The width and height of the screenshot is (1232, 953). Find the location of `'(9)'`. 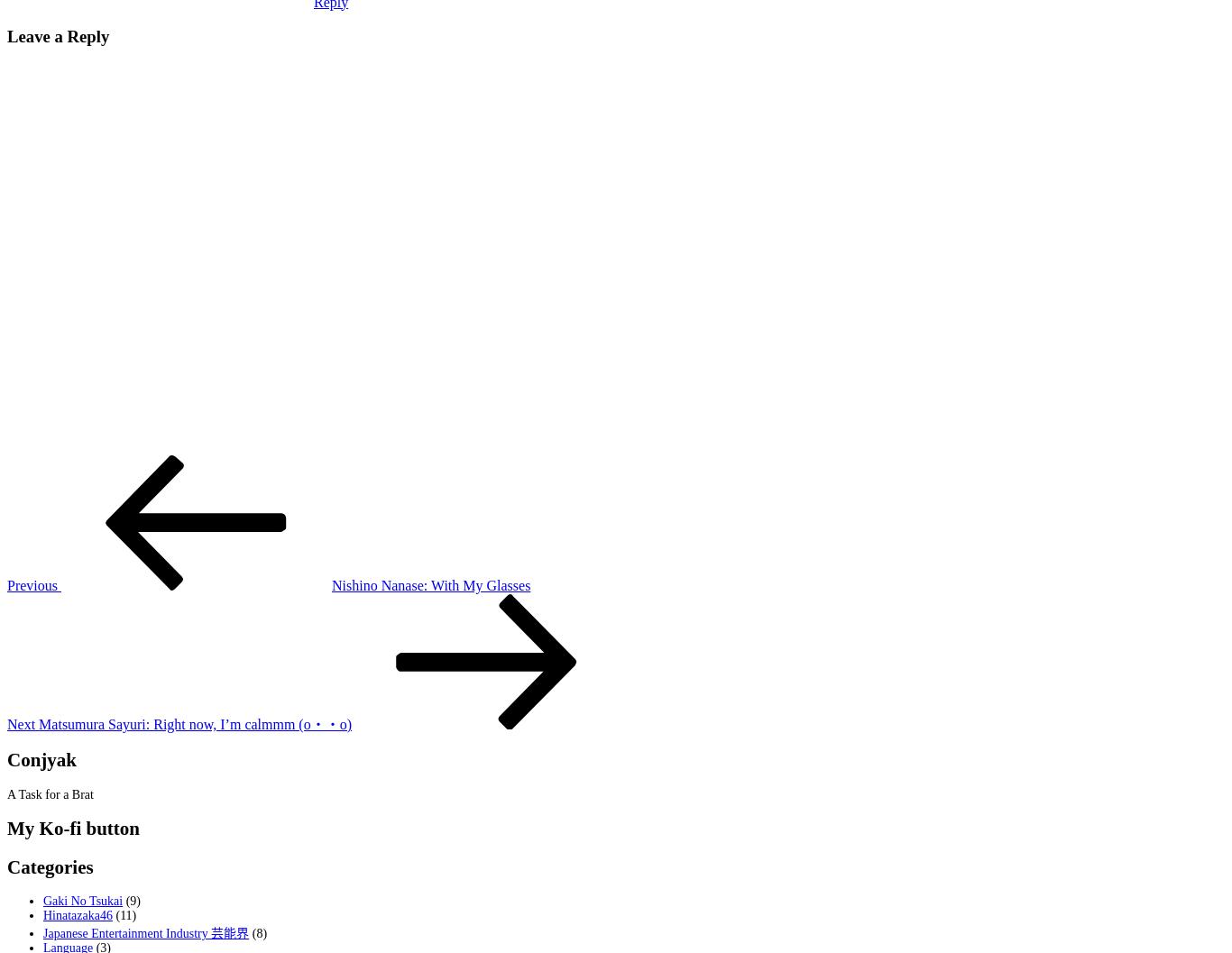

'(9)' is located at coordinates (131, 900).